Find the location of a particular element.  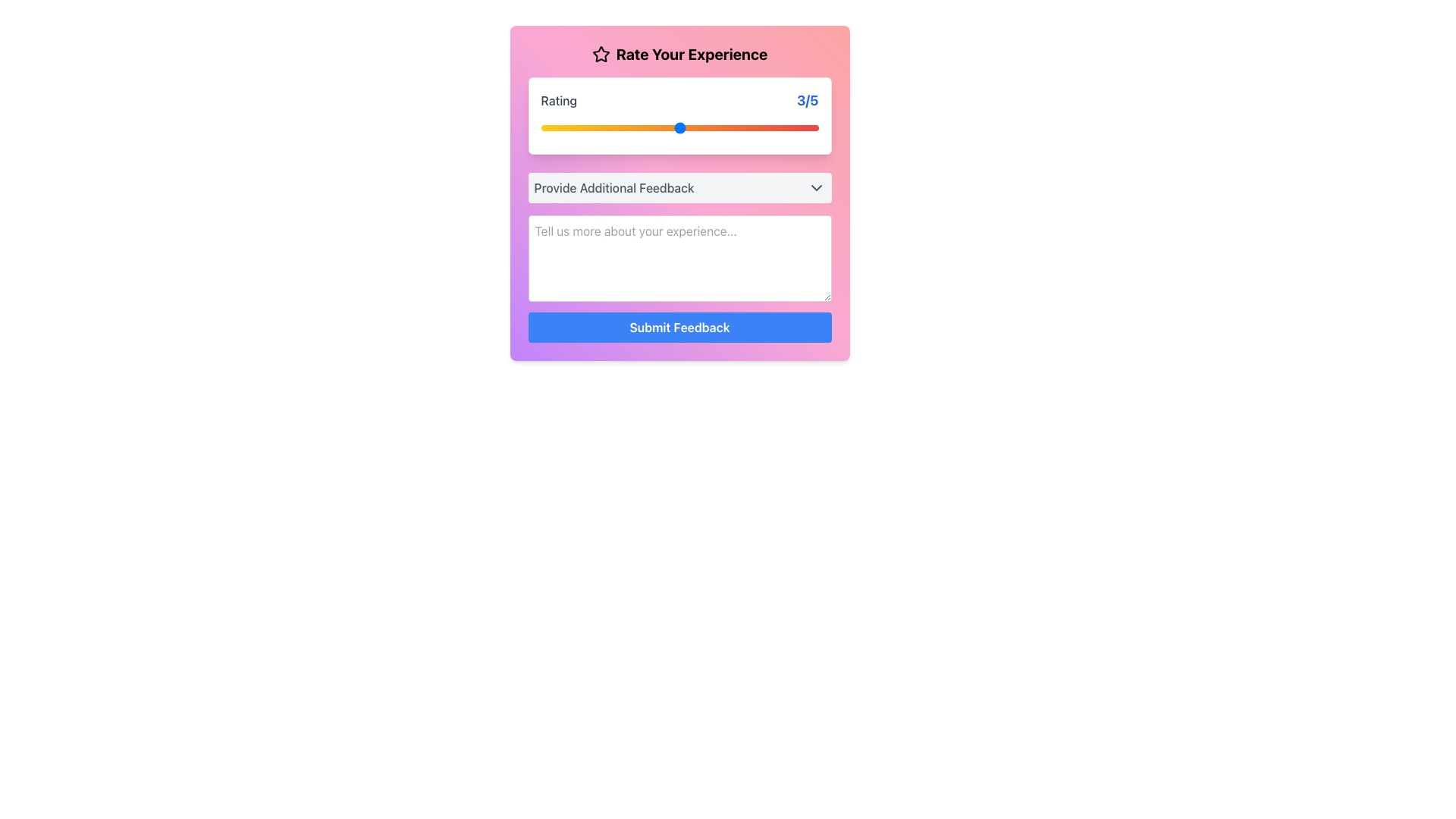

rating slider is located at coordinates (679, 127).